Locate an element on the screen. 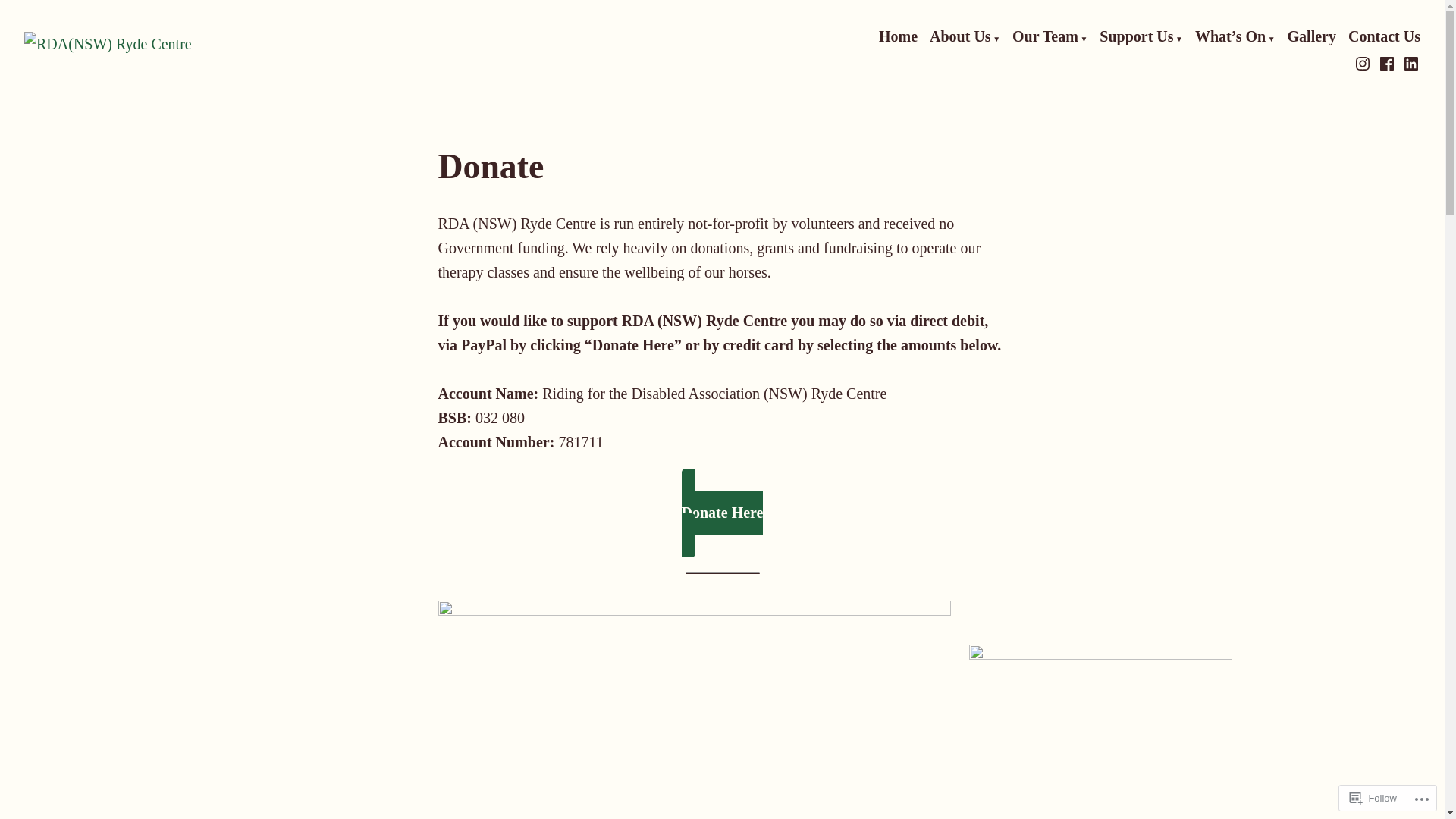 The width and height of the screenshot is (1456, 819). 'Follow' is located at coordinates (1343, 797).